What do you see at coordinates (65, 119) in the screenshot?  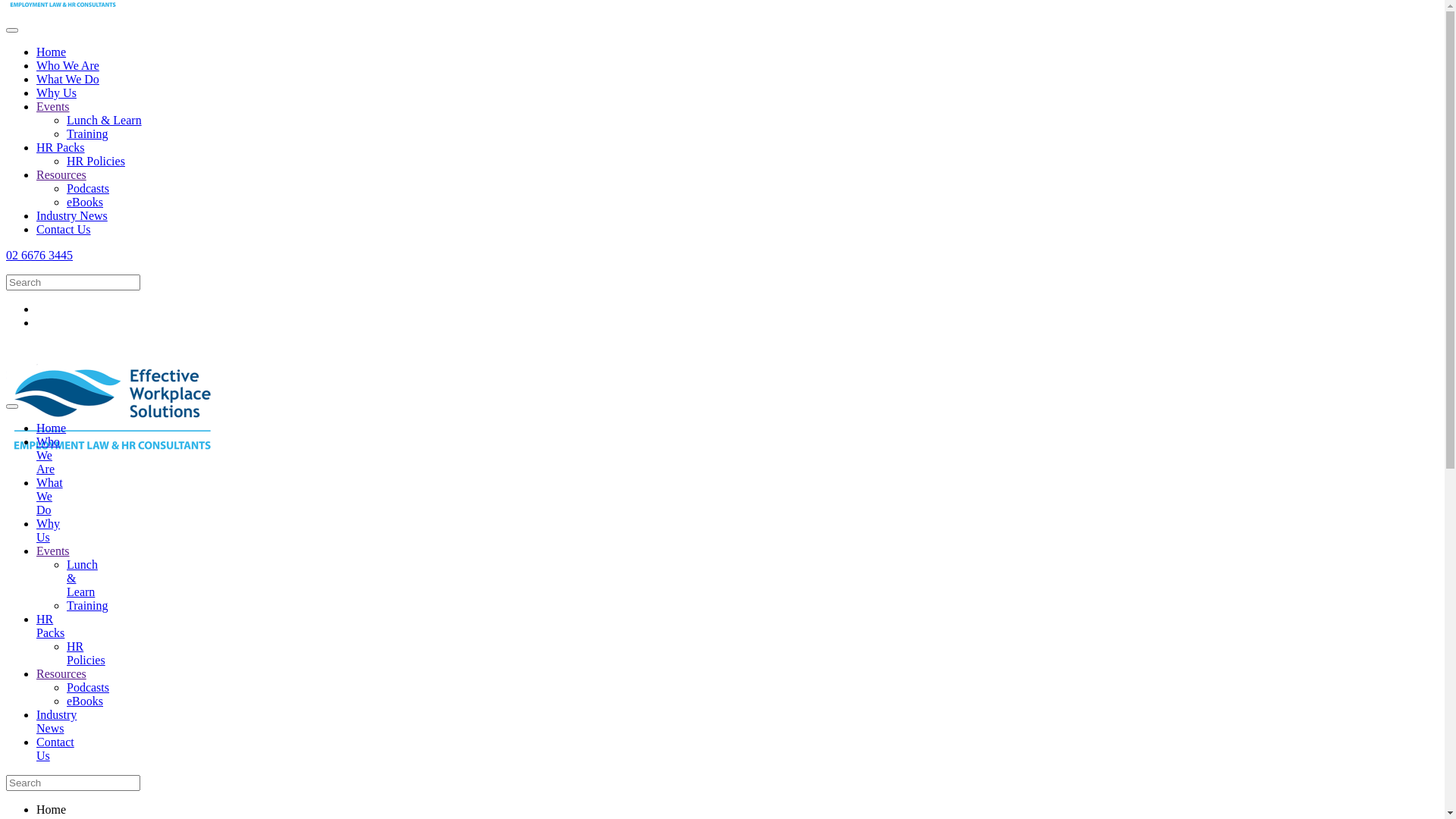 I see `'Lunch & Learn'` at bounding box center [65, 119].